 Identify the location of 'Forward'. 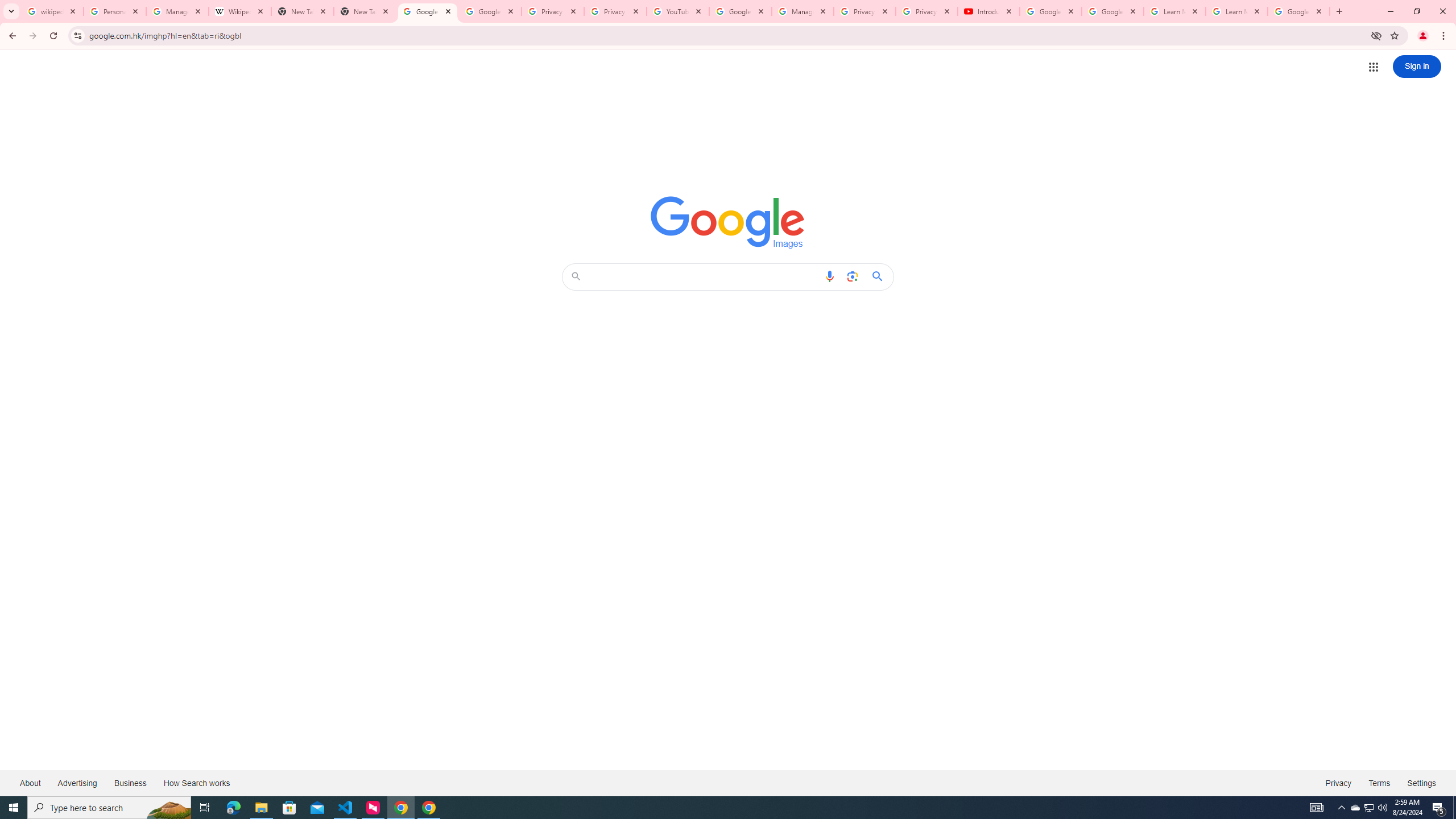
(32, 35).